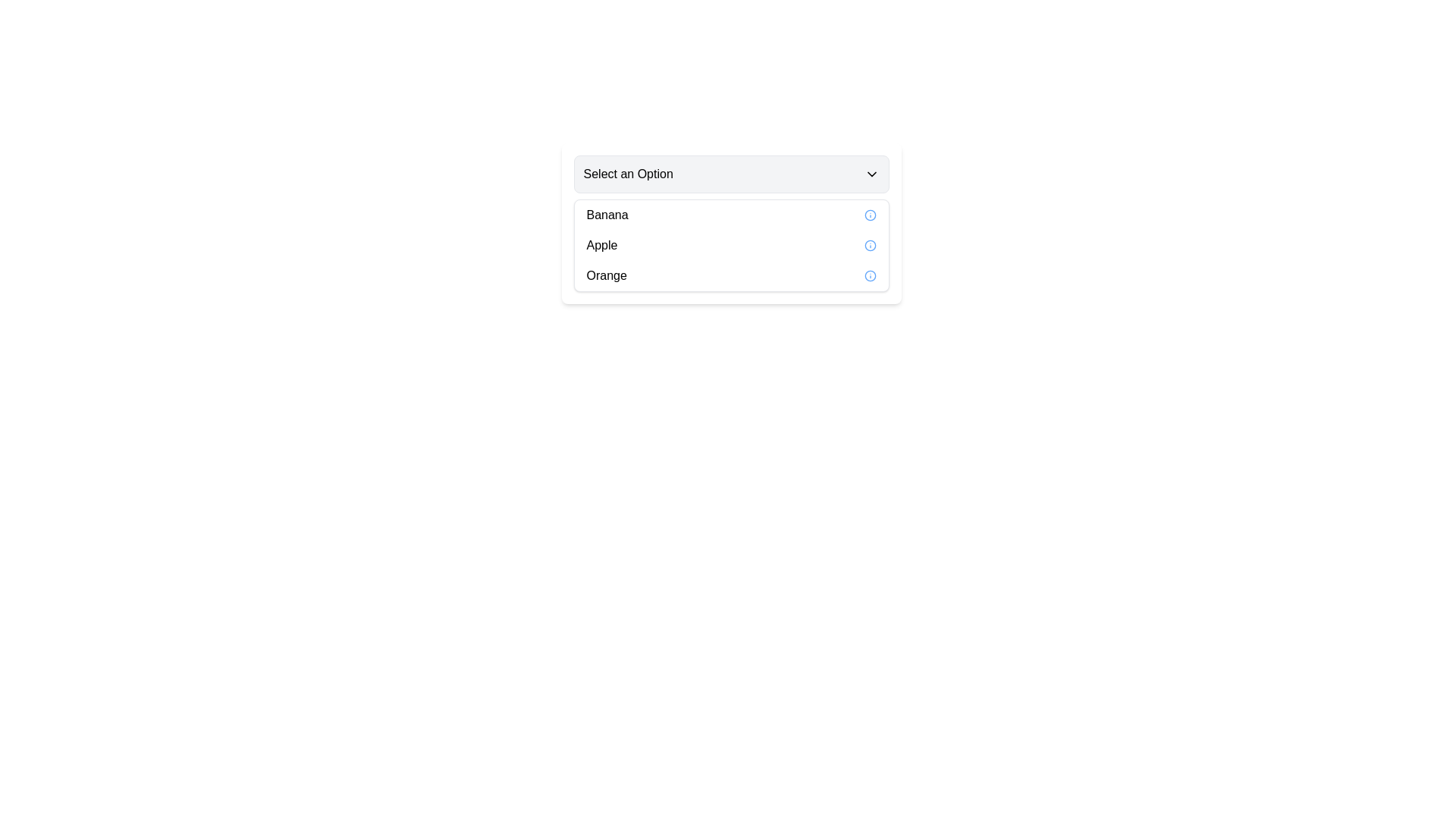 The height and width of the screenshot is (819, 1456). Describe the element at coordinates (870, 275) in the screenshot. I see `the information icon, which is a blue circled question mark located to the right of the 'Orange' option in the dropdown menu` at that location.